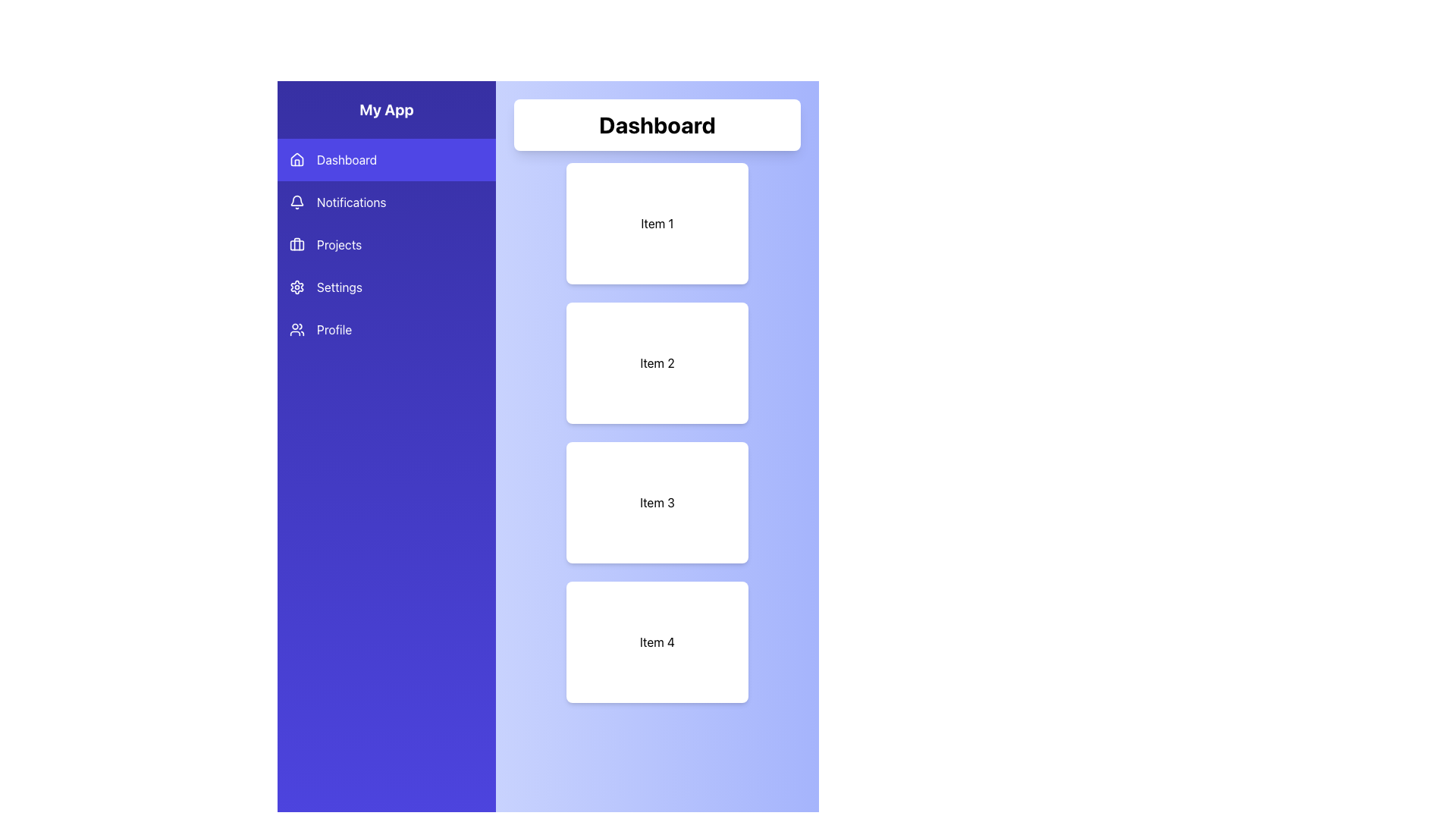  I want to click on the settings icon located in the left sidebar, which visually indicates the 'Settings' menu item and is positioned above the 'Profile' menu item, so click(297, 287).